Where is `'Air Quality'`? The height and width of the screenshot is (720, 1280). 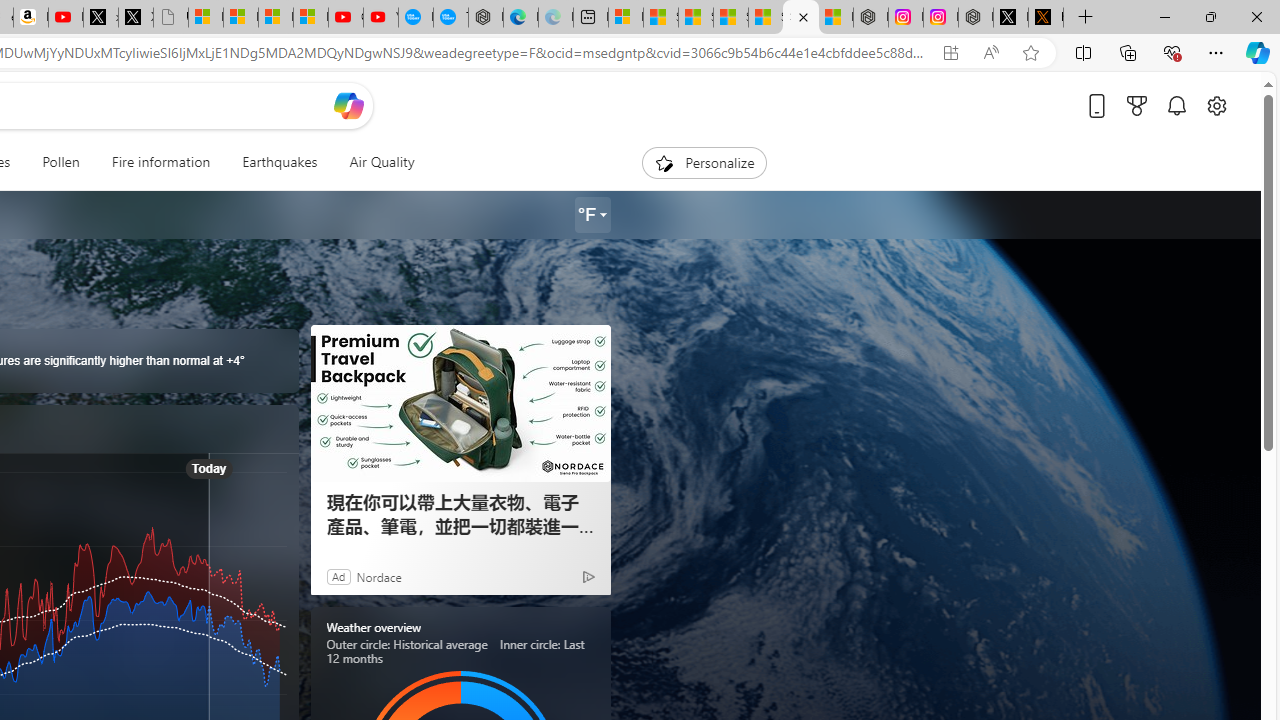 'Air Quality' is located at coordinates (373, 162).